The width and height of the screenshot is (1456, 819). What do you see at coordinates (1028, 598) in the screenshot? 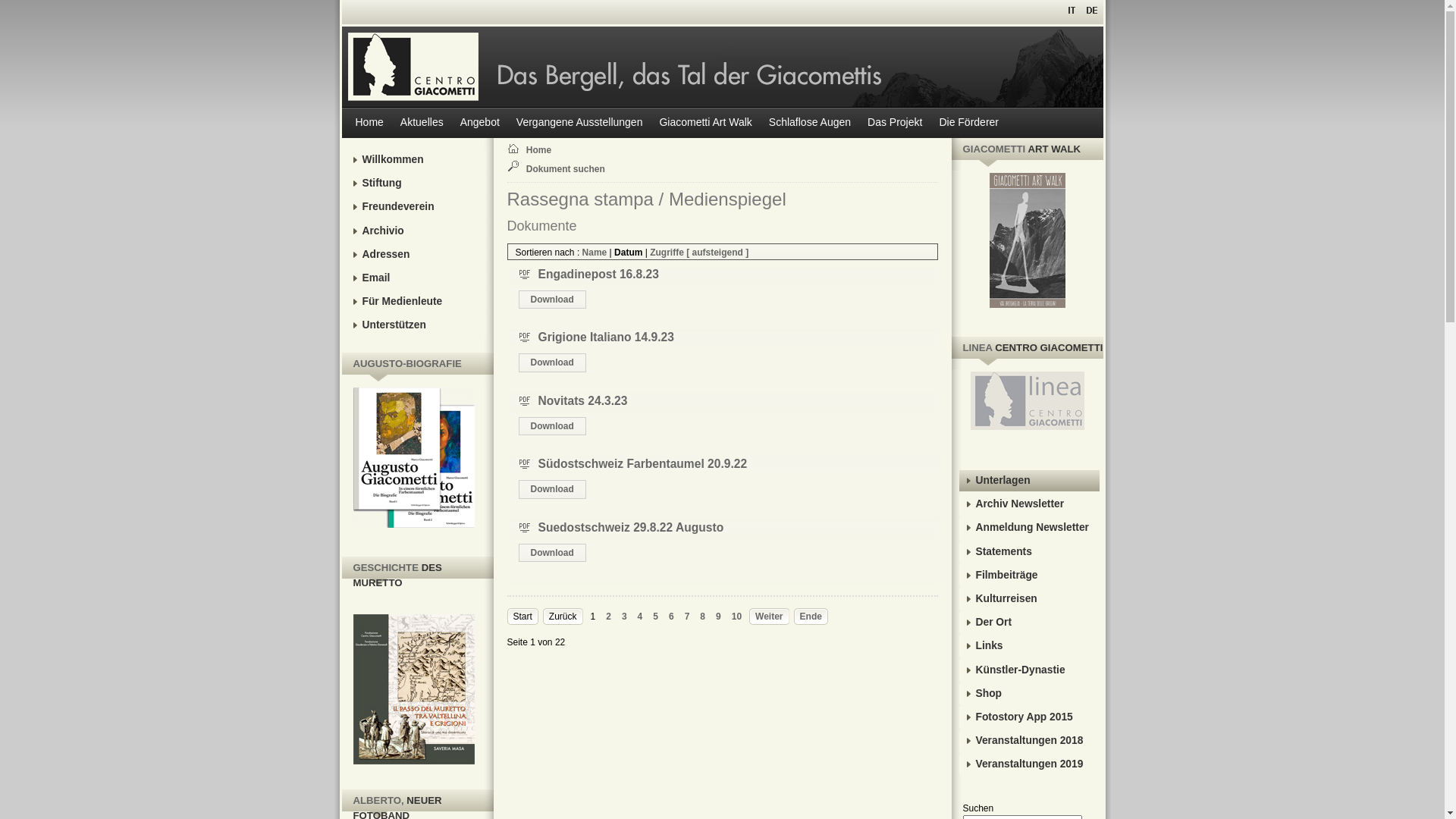
I see `'Kulturreisen'` at bounding box center [1028, 598].